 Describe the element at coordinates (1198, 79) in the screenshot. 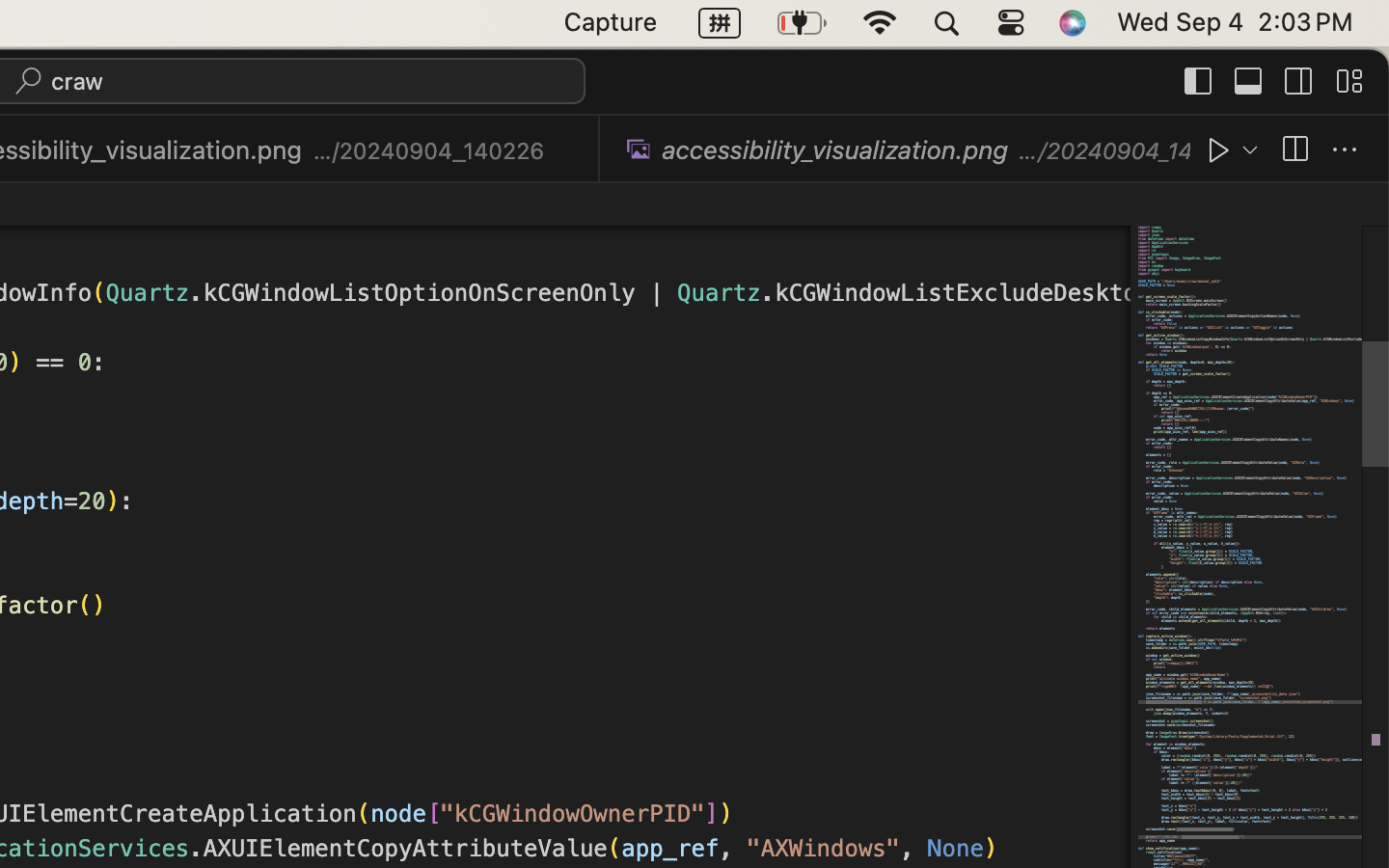

I see `''` at that location.